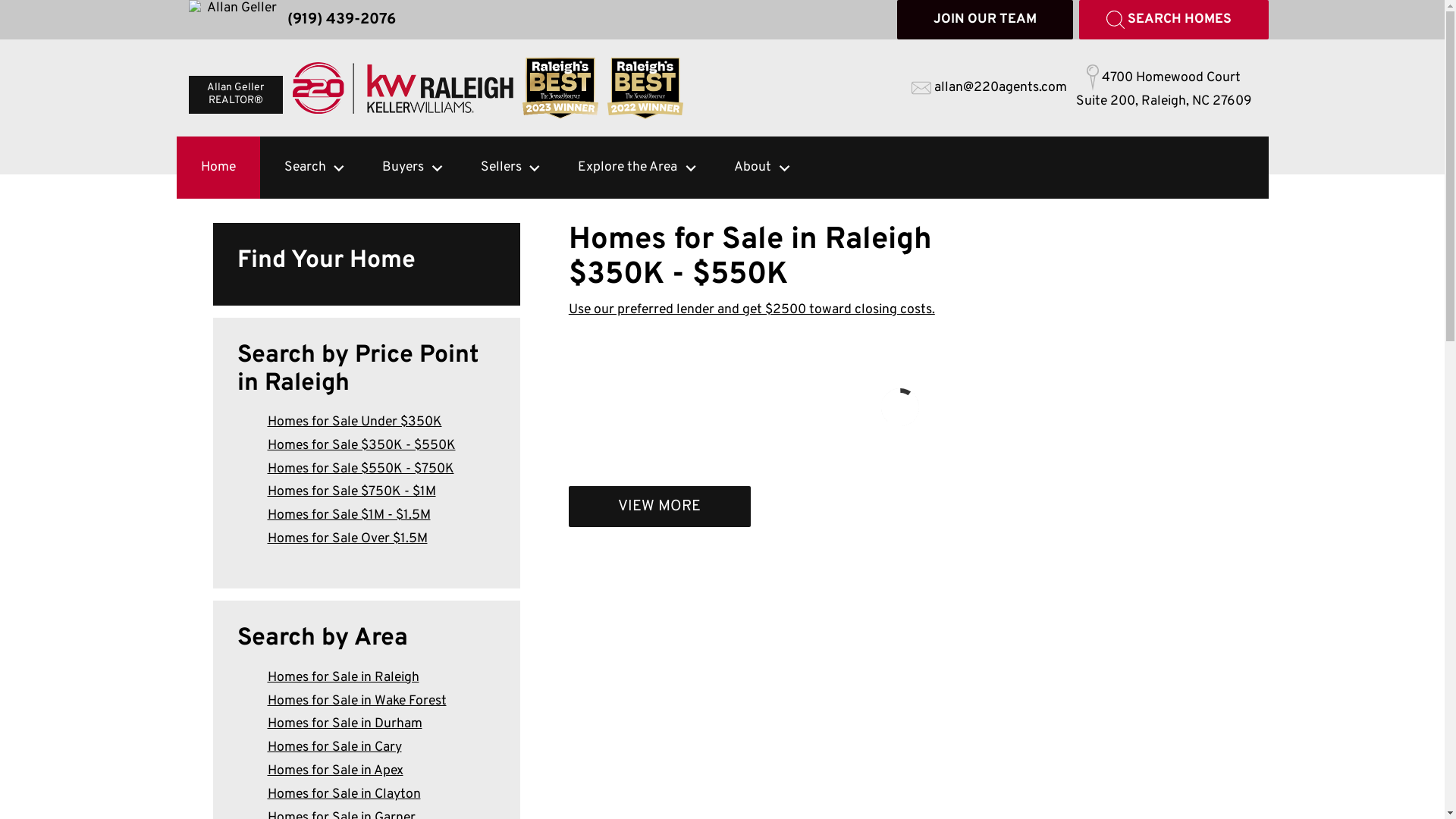 The image size is (1456, 819). Describe the element at coordinates (989, 87) in the screenshot. I see `'allan@220agents.com'` at that location.